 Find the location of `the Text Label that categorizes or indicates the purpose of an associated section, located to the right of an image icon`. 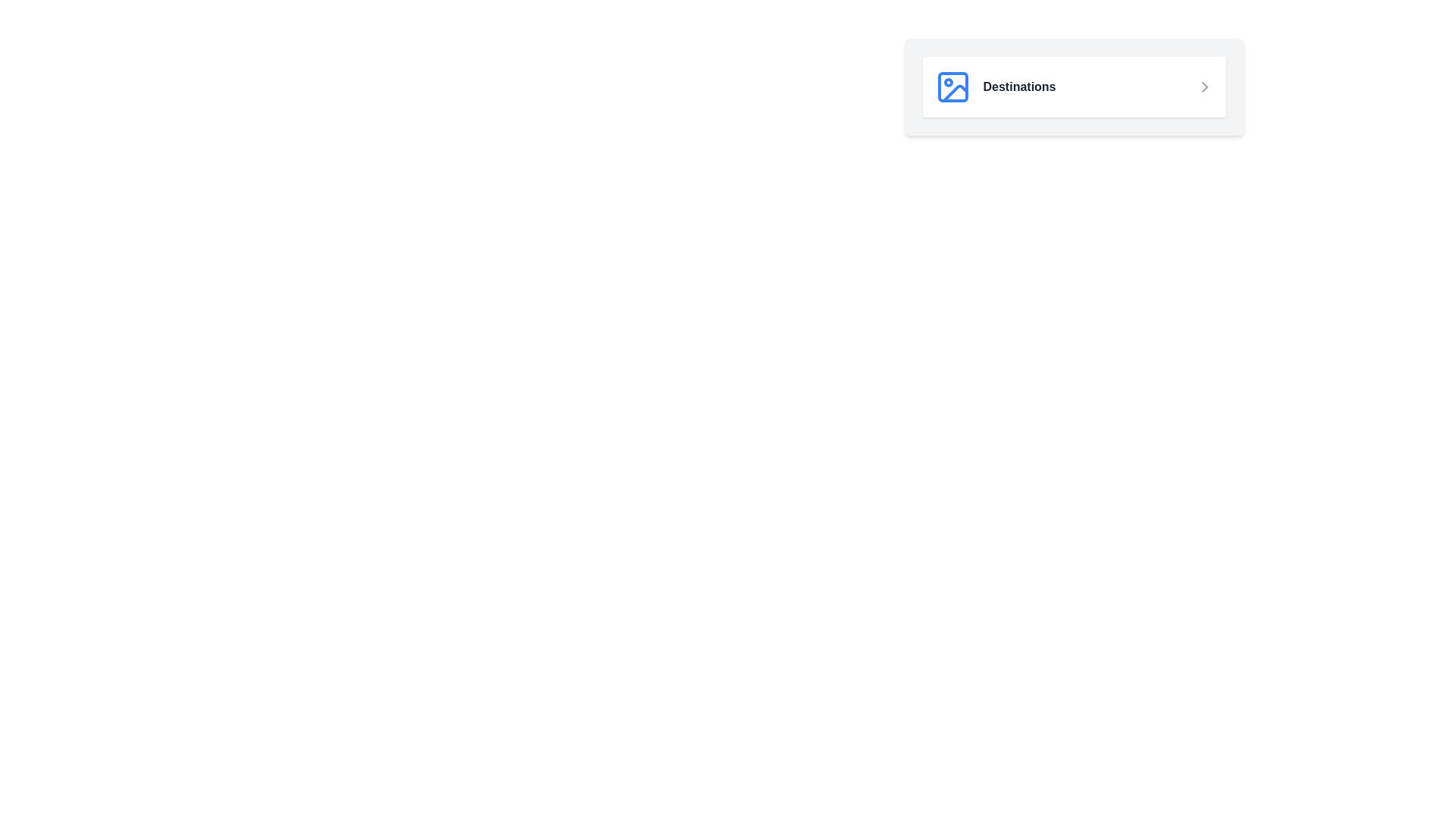

the Text Label that categorizes or indicates the purpose of an associated section, located to the right of an image icon is located at coordinates (1019, 87).